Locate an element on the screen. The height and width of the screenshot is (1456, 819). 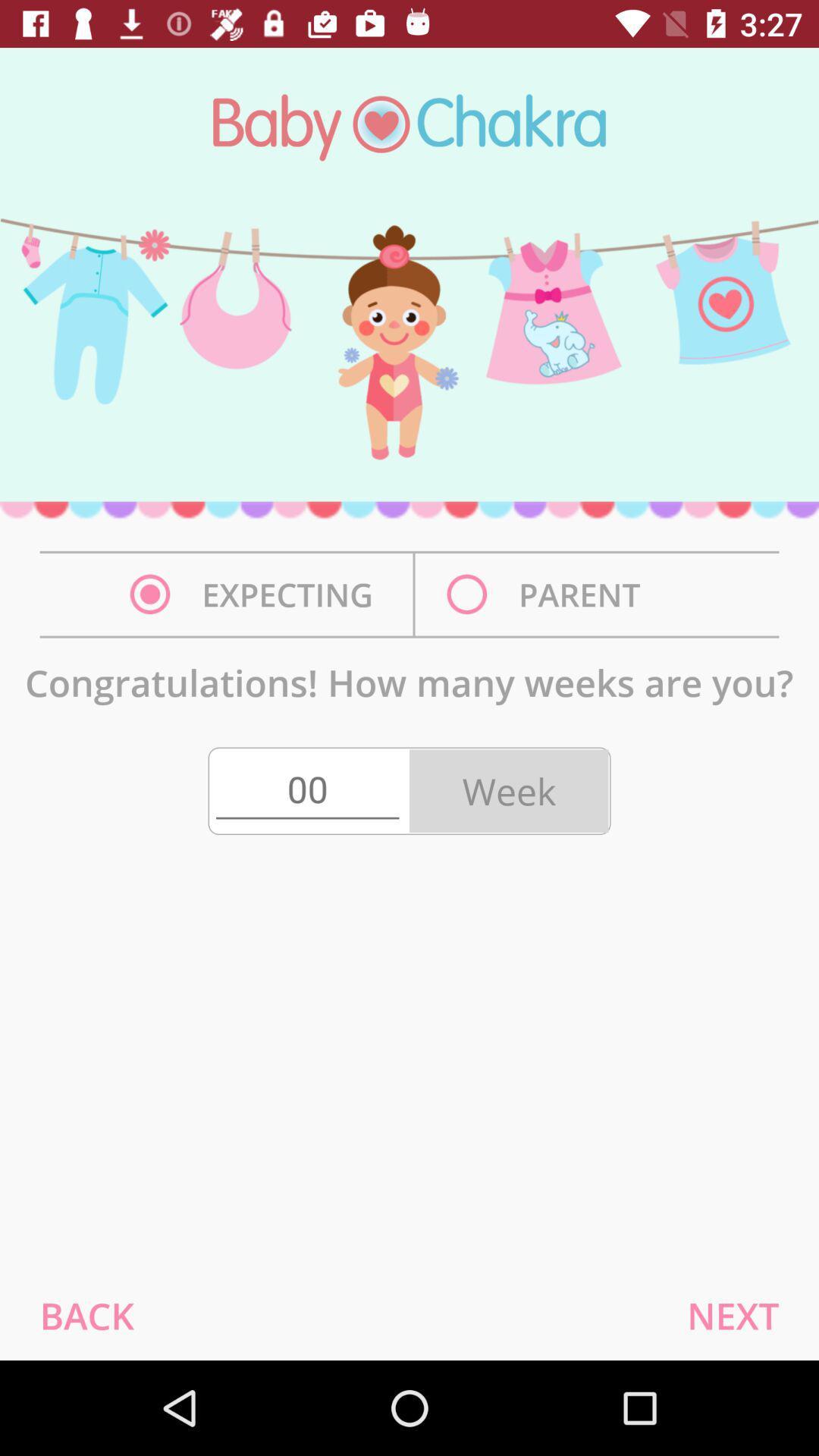
the icon to the left of next is located at coordinates (86, 1315).